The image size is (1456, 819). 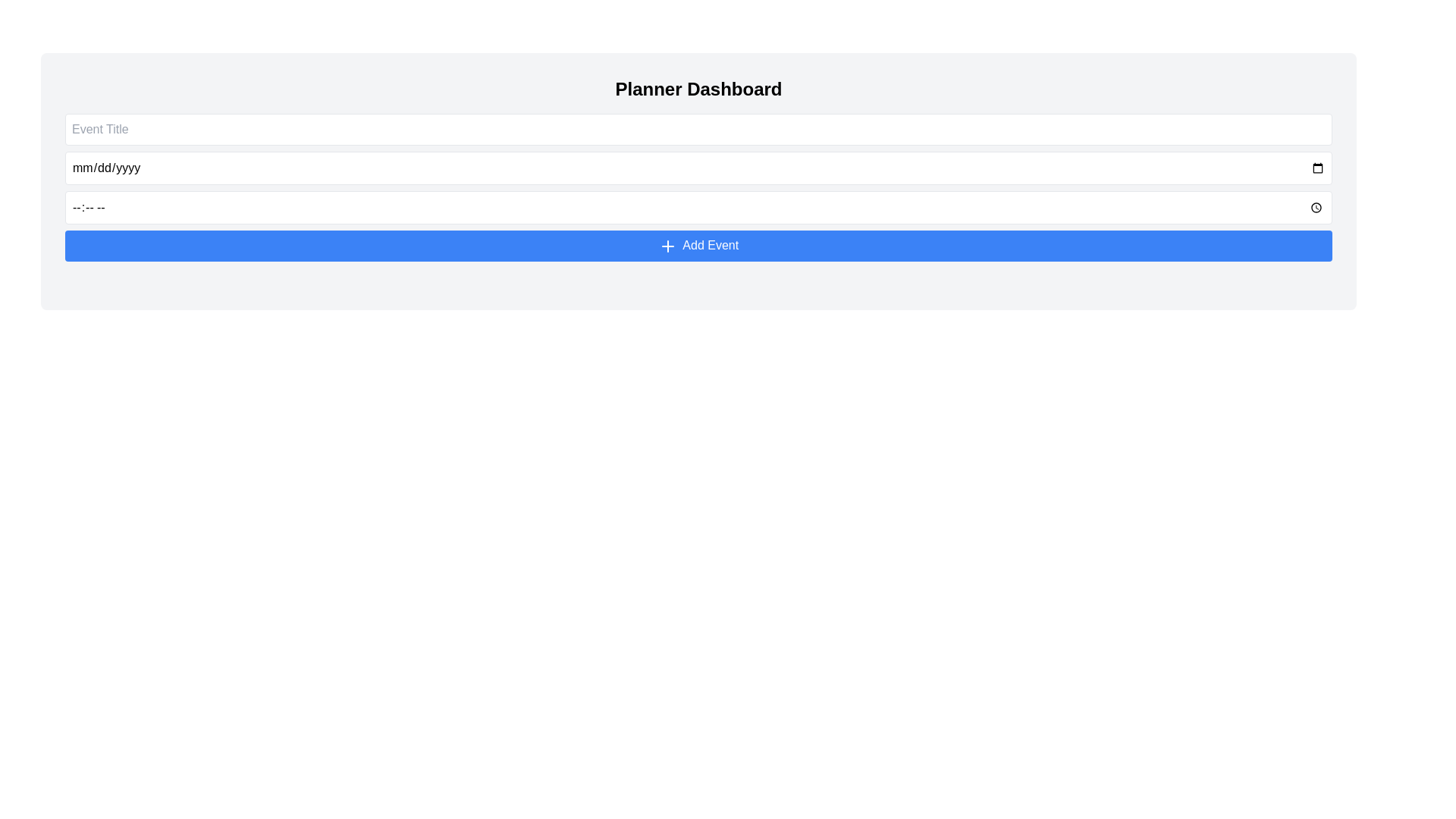 I want to click on the small '+' icon located within the blue 'Add Event' button, positioned to the left of the label text, so click(x=667, y=245).